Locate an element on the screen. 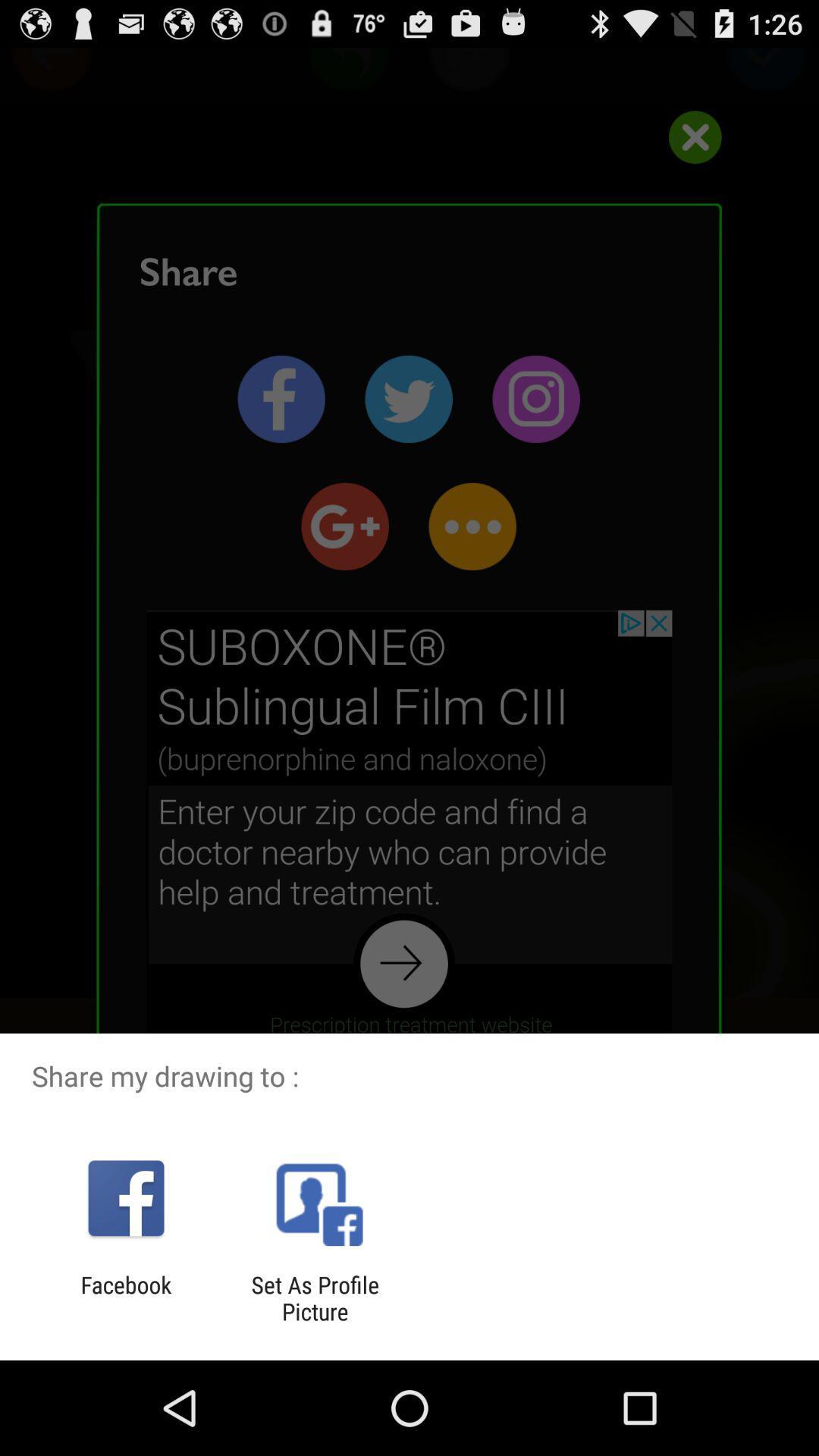 This screenshot has width=819, height=1456. facebook is located at coordinates (125, 1298).